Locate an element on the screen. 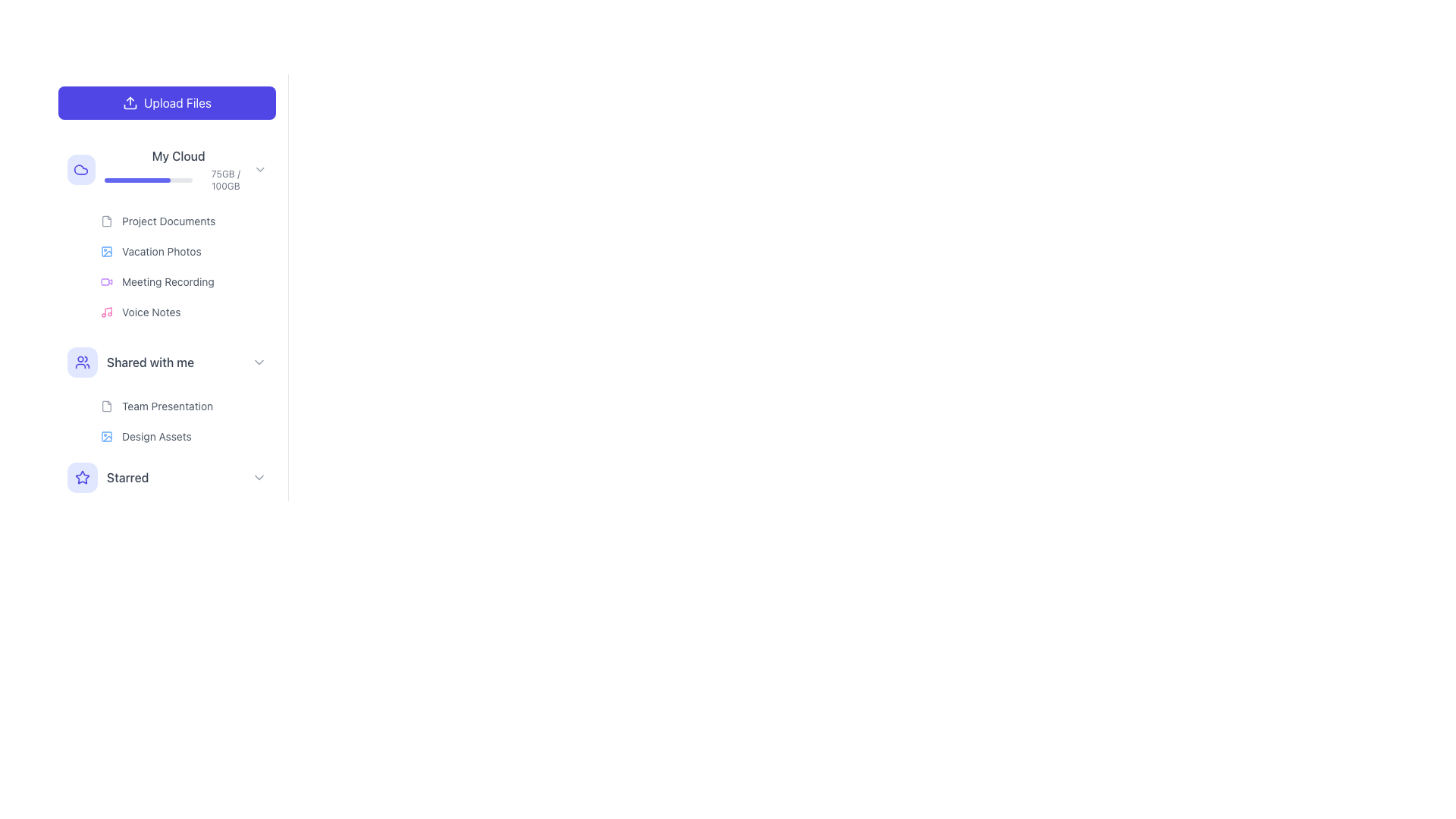  the 'Project Documents' menu item, which consists of a document file icon and the text label in small gray font is located at coordinates (158, 221).